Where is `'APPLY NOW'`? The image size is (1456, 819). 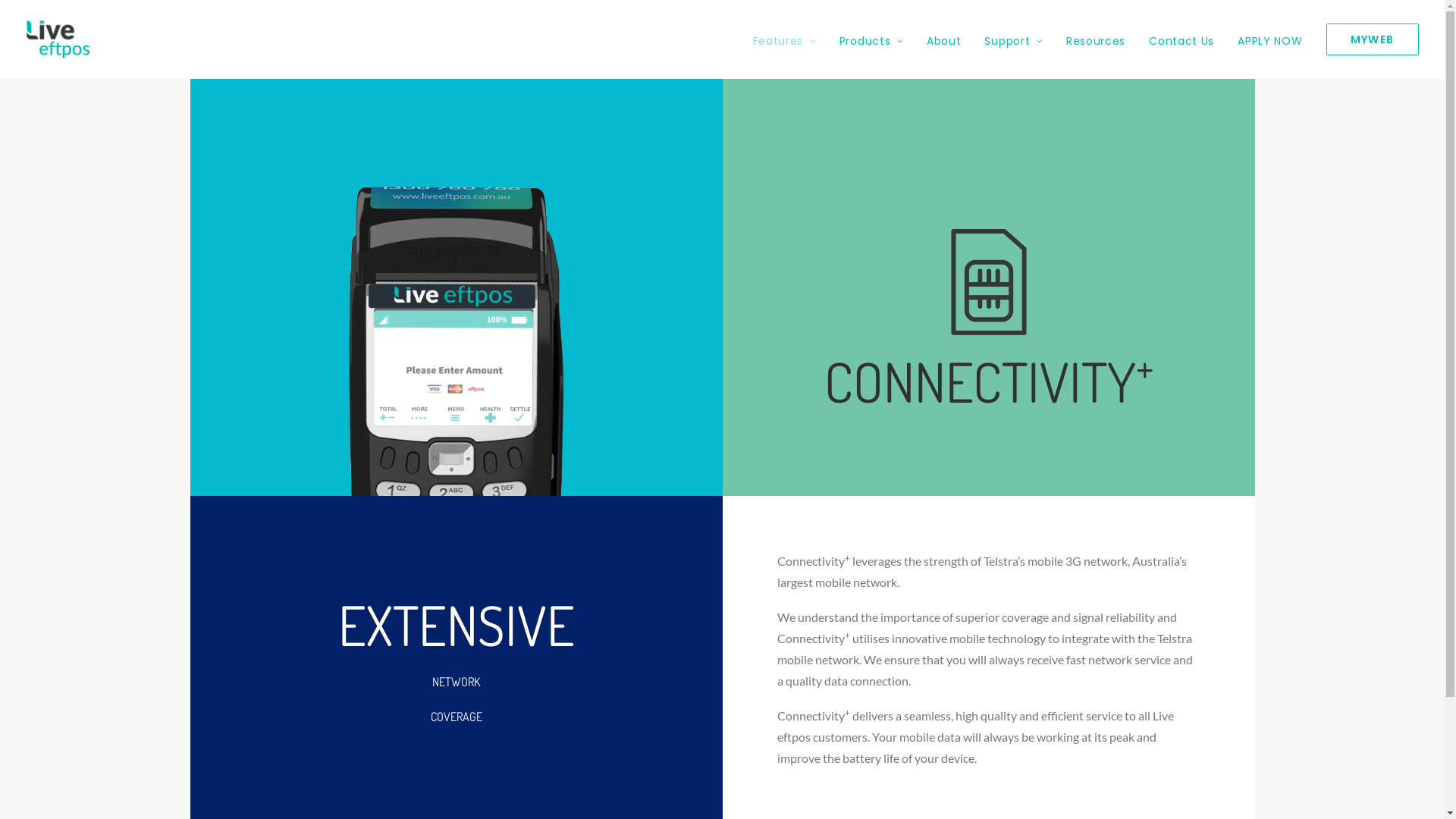 'APPLY NOW' is located at coordinates (1269, 38).